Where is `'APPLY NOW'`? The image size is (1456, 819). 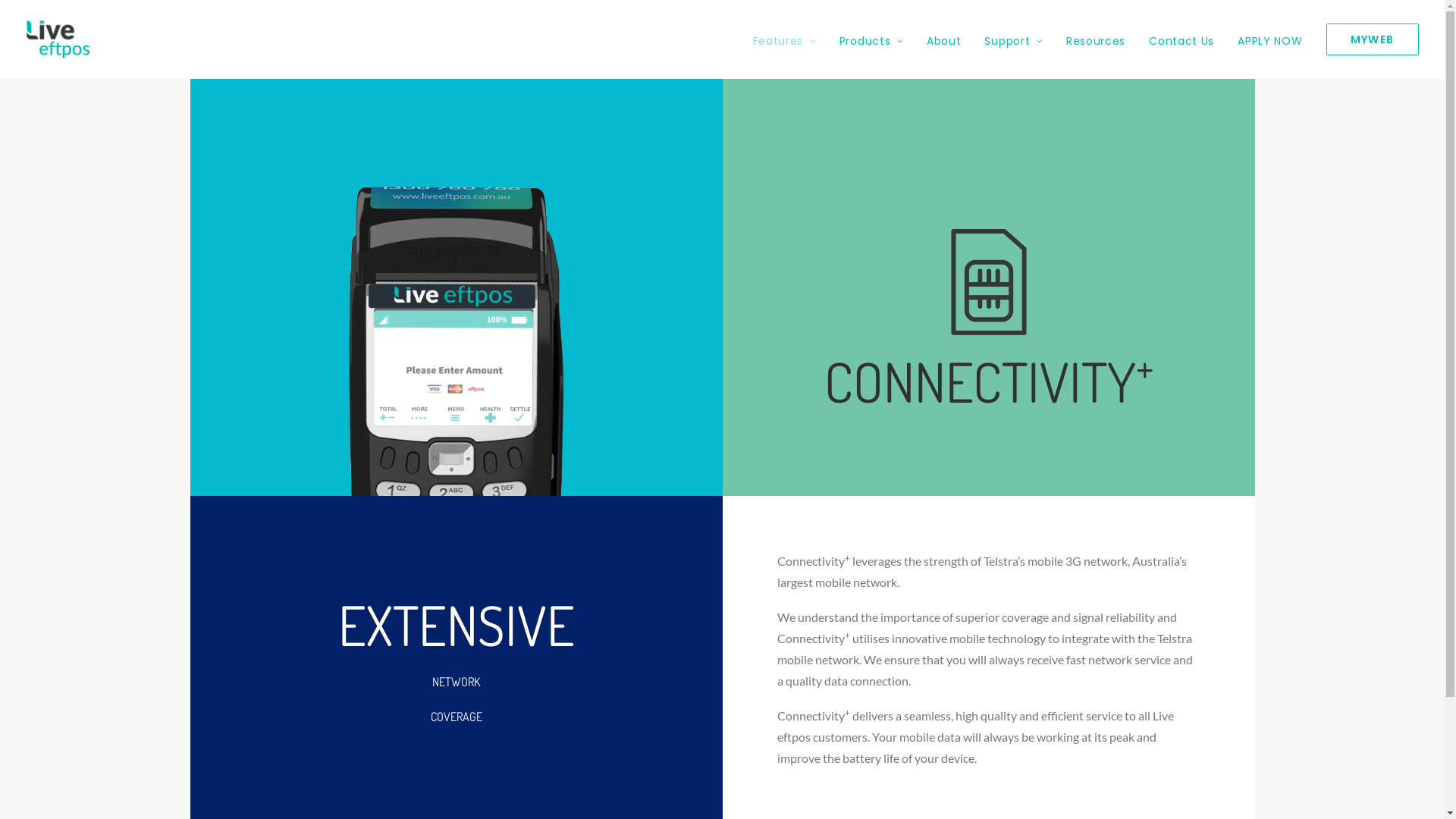 'APPLY NOW' is located at coordinates (1269, 38).